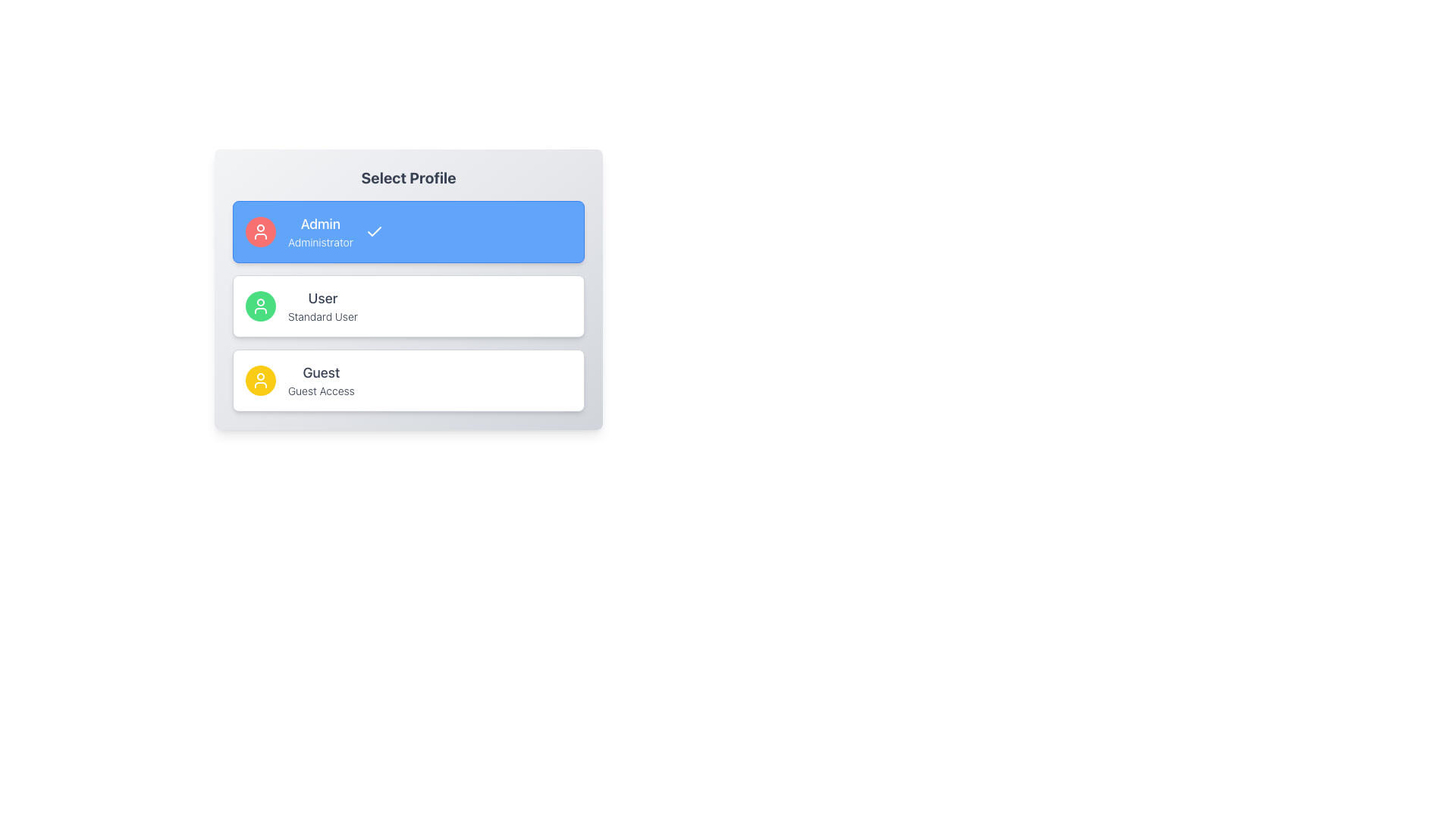 The width and height of the screenshot is (1456, 819). I want to click on the 'User' button located under the 'Select Profile' title, so click(408, 306).